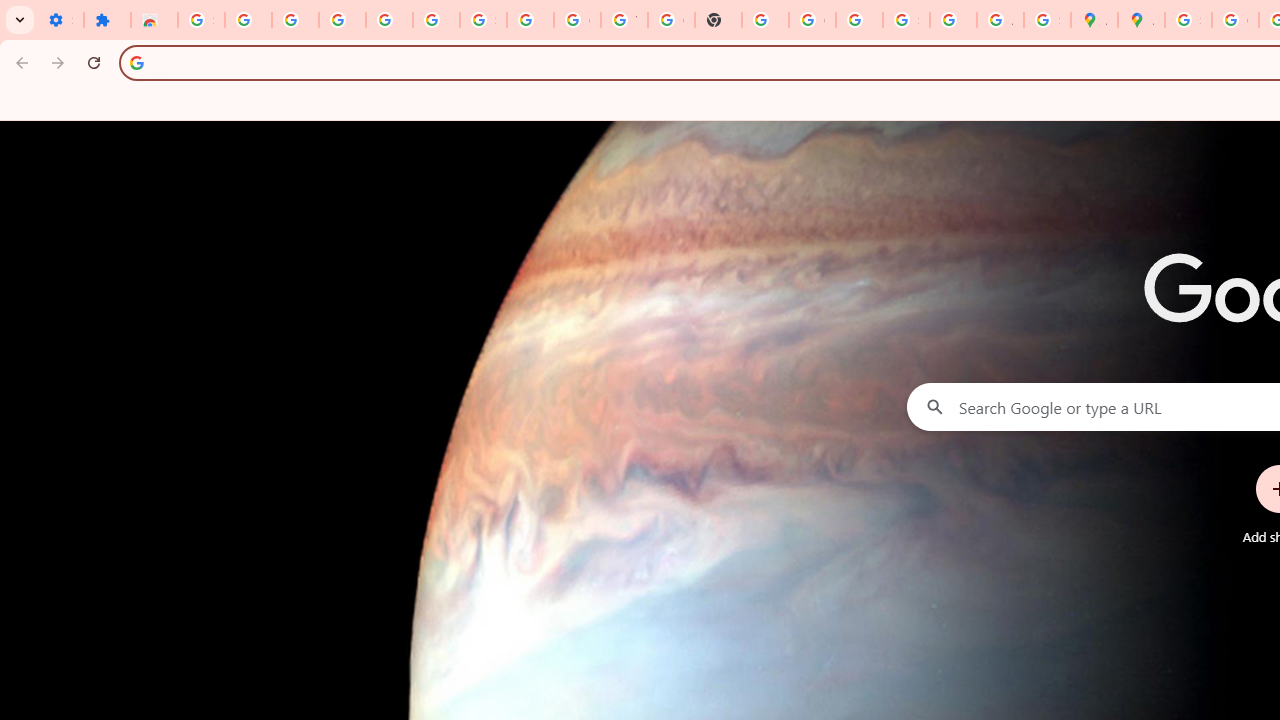 This screenshot has width=1280, height=720. I want to click on 'Settings - On startup', so click(60, 20).